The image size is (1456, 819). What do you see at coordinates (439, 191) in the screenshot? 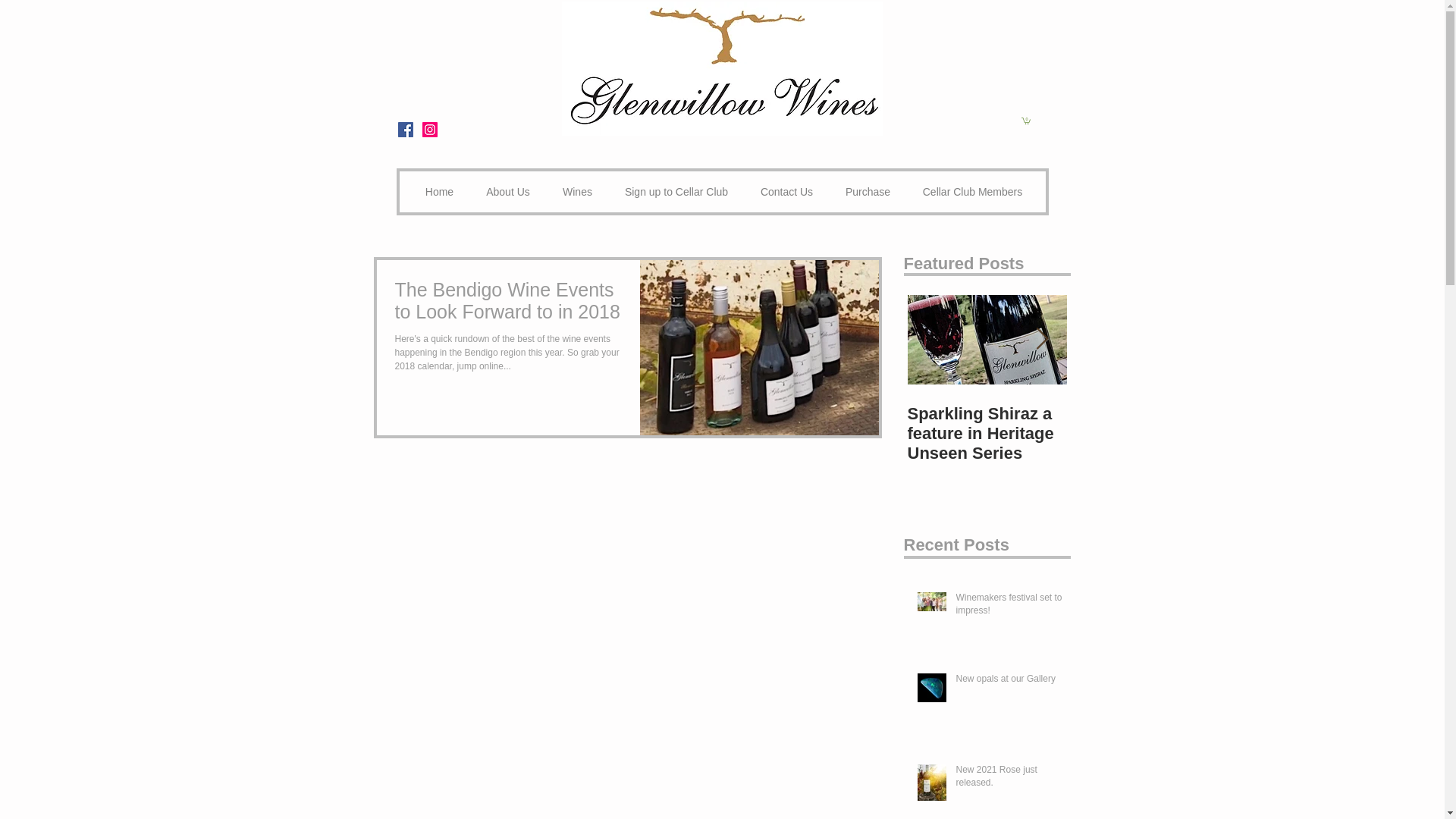
I see `'Home'` at bounding box center [439, 191].